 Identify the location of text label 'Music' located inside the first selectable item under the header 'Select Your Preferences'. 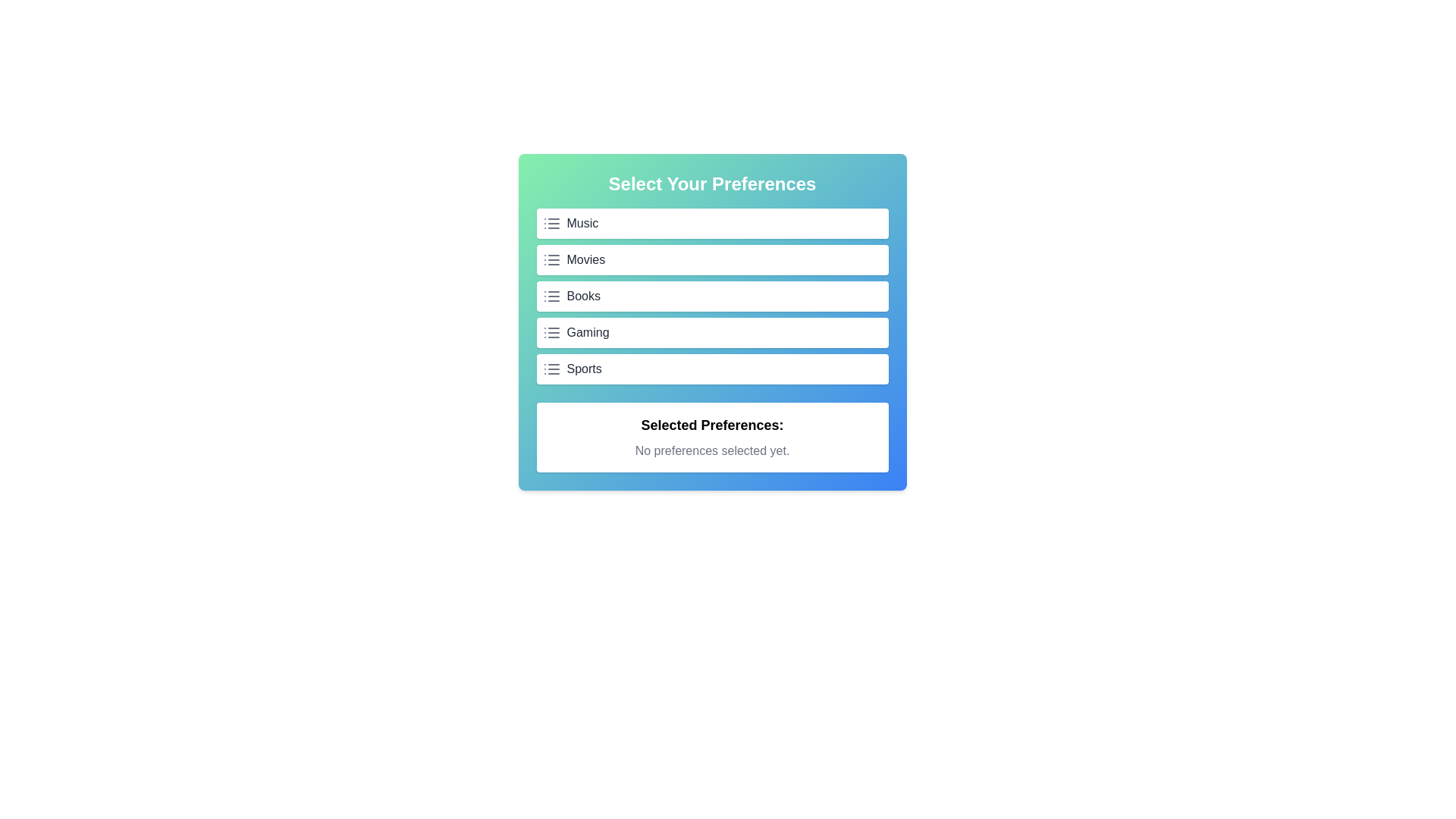
(582, 223).